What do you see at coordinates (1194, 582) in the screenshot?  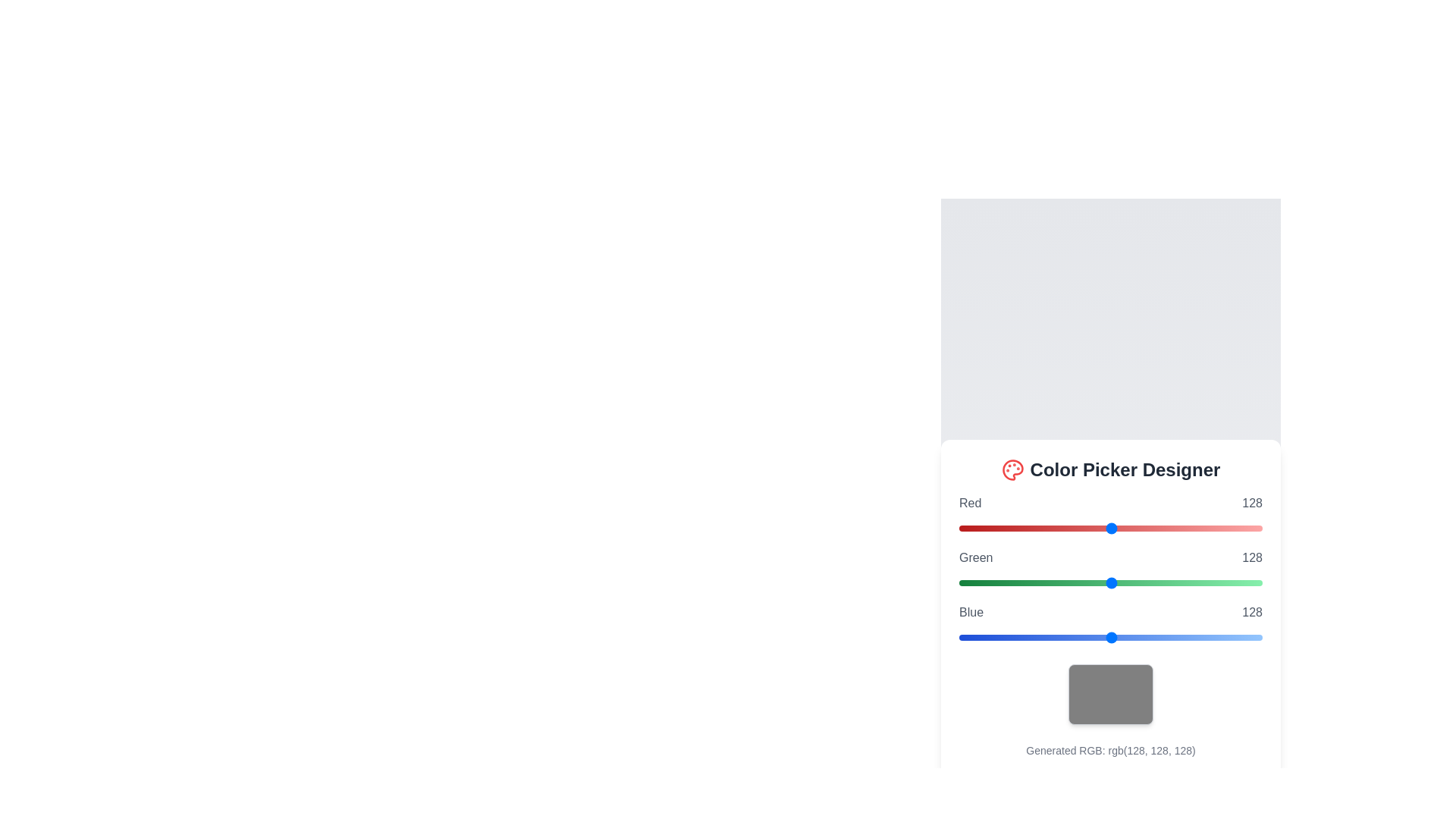 I see `the green slider to set its value to 198` at bounding box center [1194, 582].